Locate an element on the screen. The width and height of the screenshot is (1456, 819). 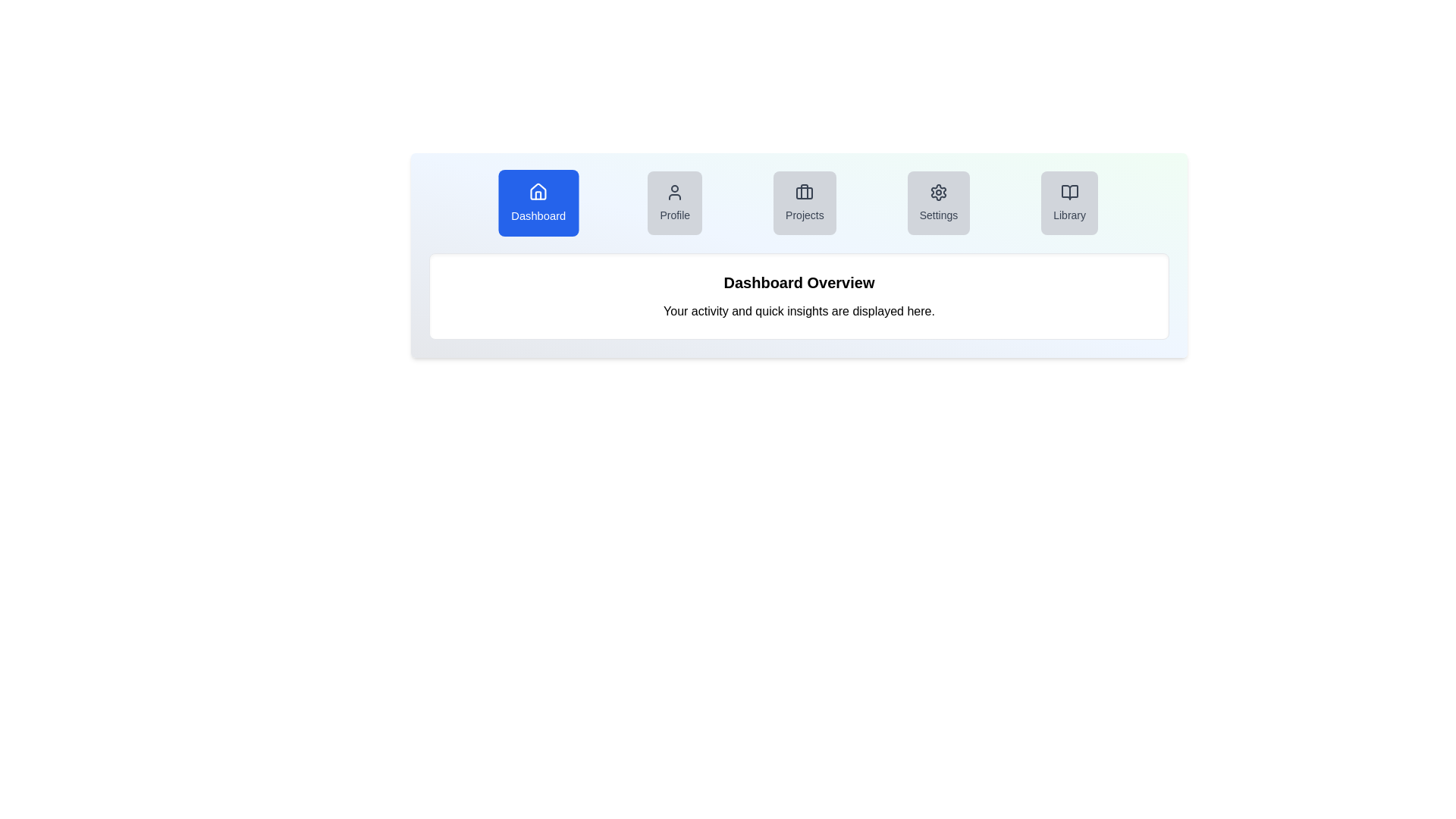
the 'Profile' button, which is the second button in a set of five horizontally-aligned buttons is located at coordinates (674, 202).